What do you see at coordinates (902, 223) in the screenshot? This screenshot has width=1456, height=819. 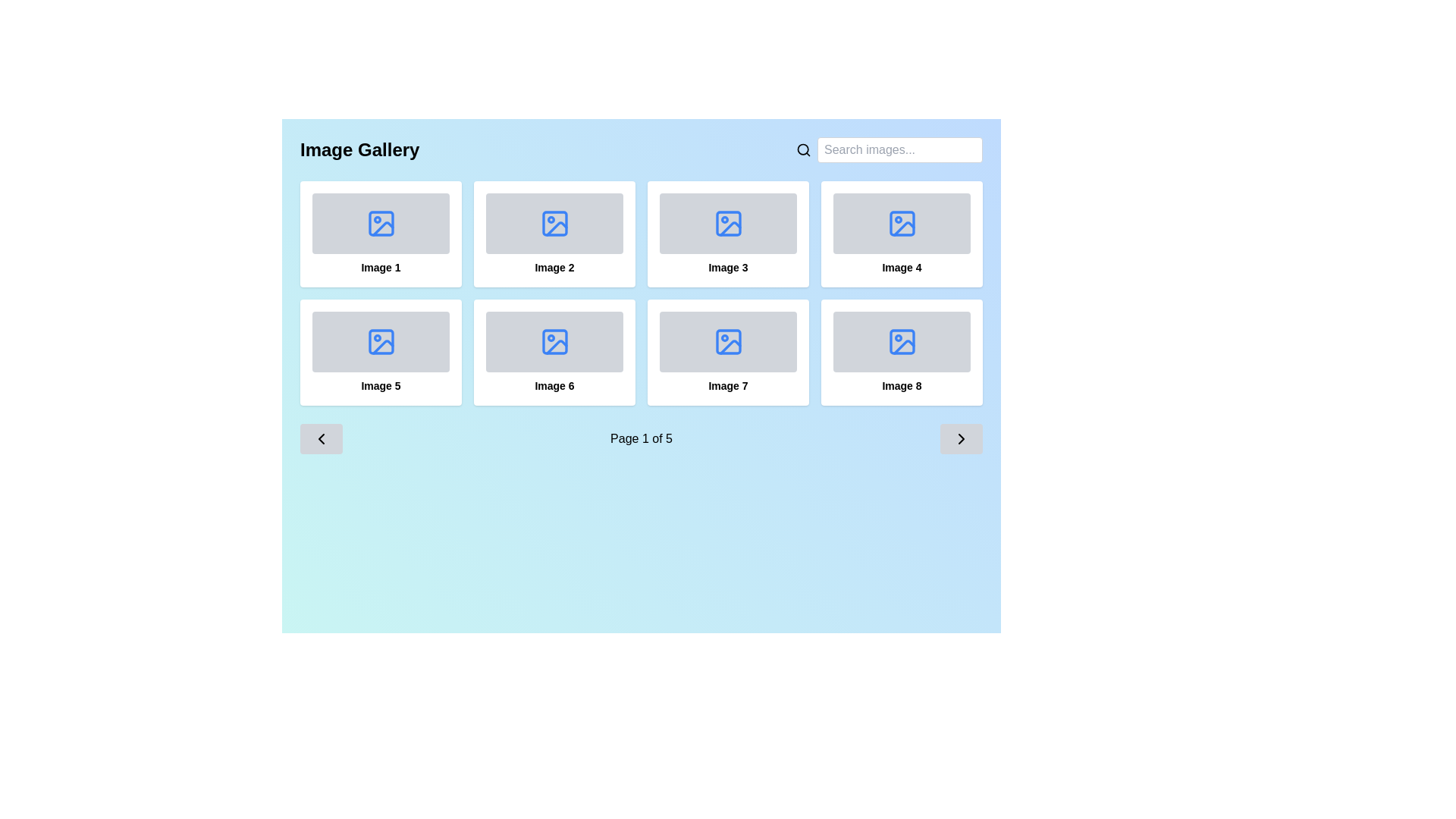 I see `the blue SVG icon resembling an image thumbnail with a mountain and a sun inside the rectangular outline` at bounding box center [902, 223].